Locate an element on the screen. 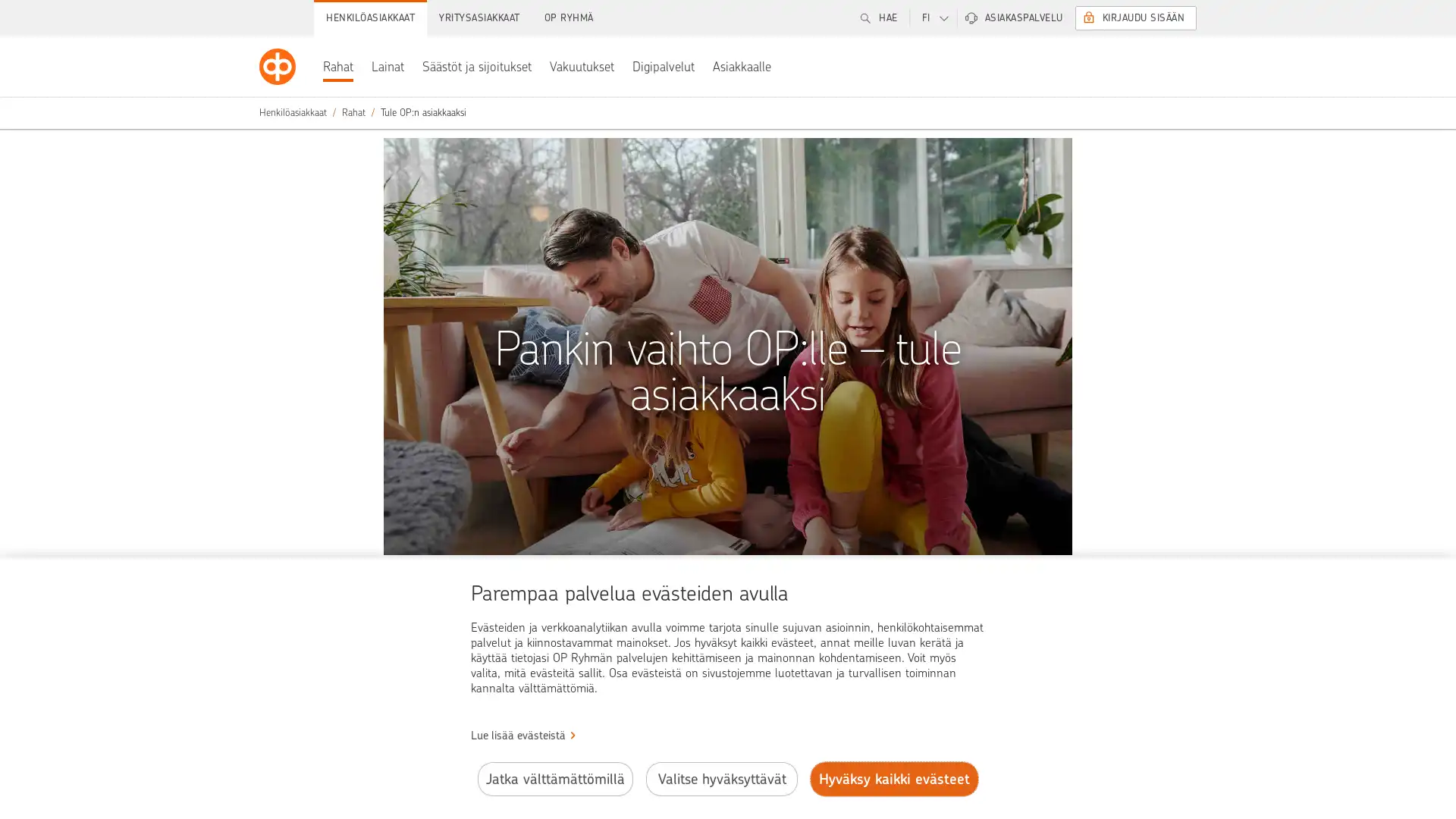 The width and height of the screenshot is (1456, 819). Valitse hyvaksyttavat evasteet. is located at coordinates (720, 779).